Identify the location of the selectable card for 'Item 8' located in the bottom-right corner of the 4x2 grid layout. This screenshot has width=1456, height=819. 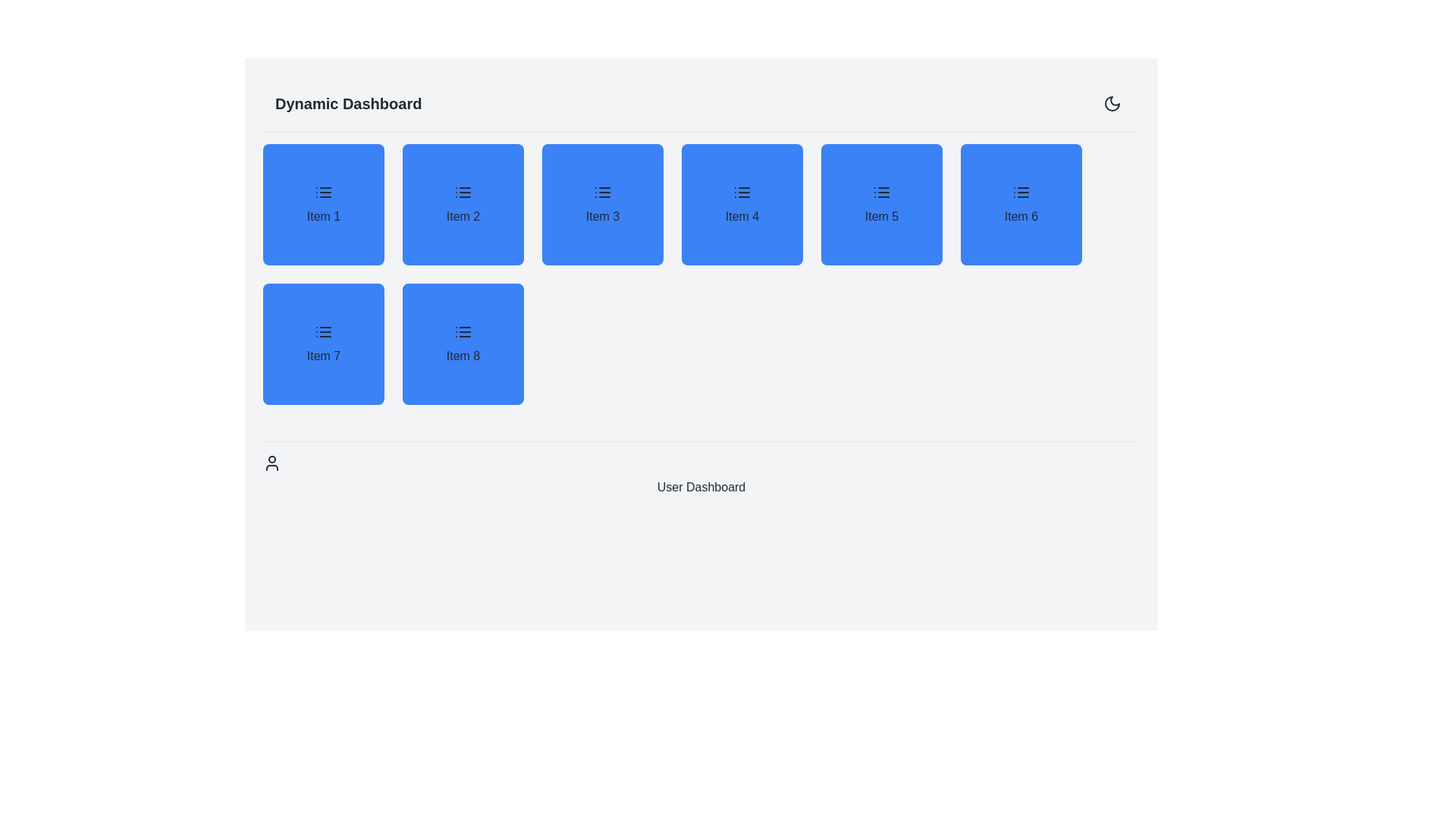
(462, 344).